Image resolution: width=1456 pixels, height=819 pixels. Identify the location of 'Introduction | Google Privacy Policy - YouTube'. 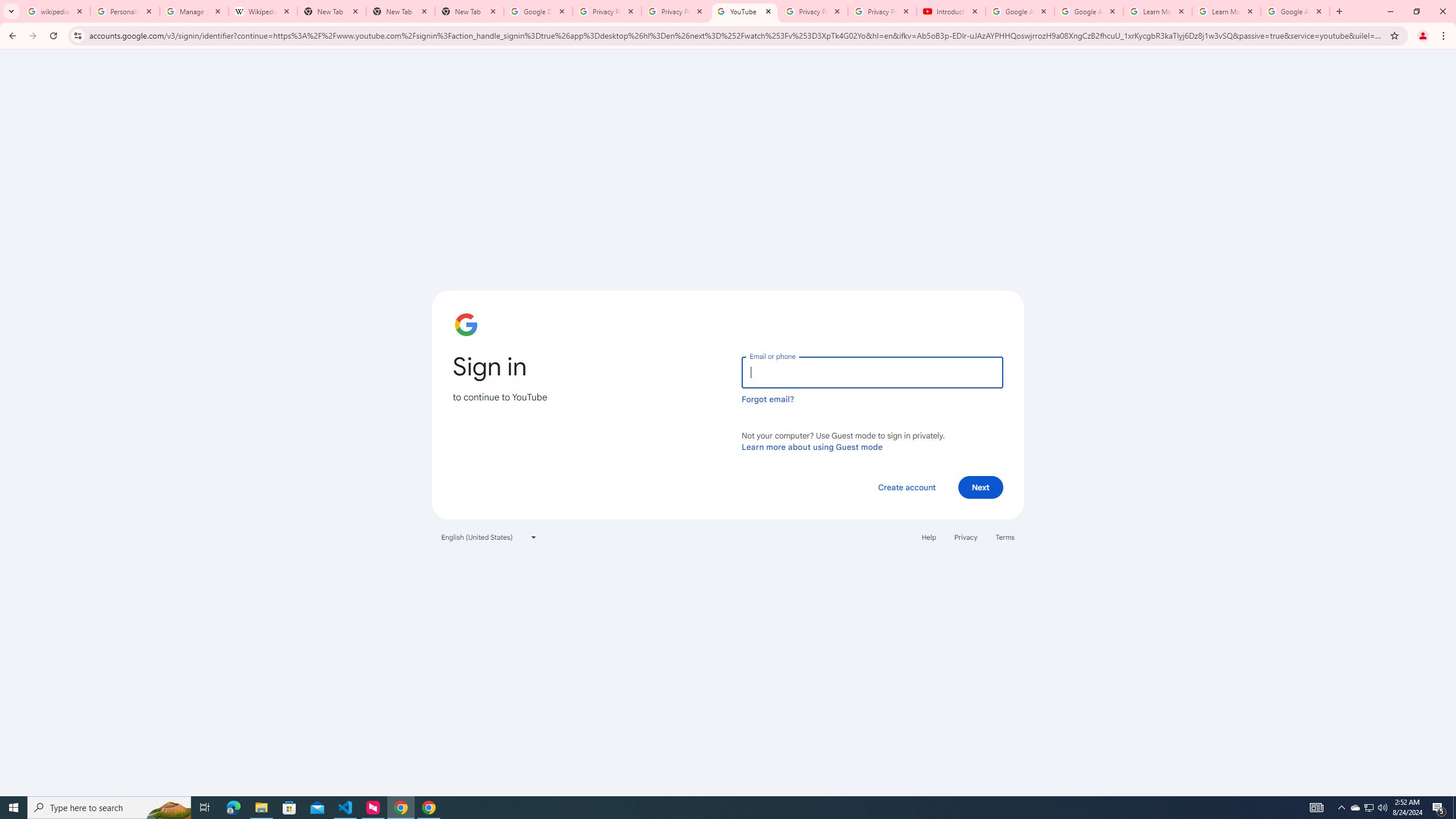
(950, 11).